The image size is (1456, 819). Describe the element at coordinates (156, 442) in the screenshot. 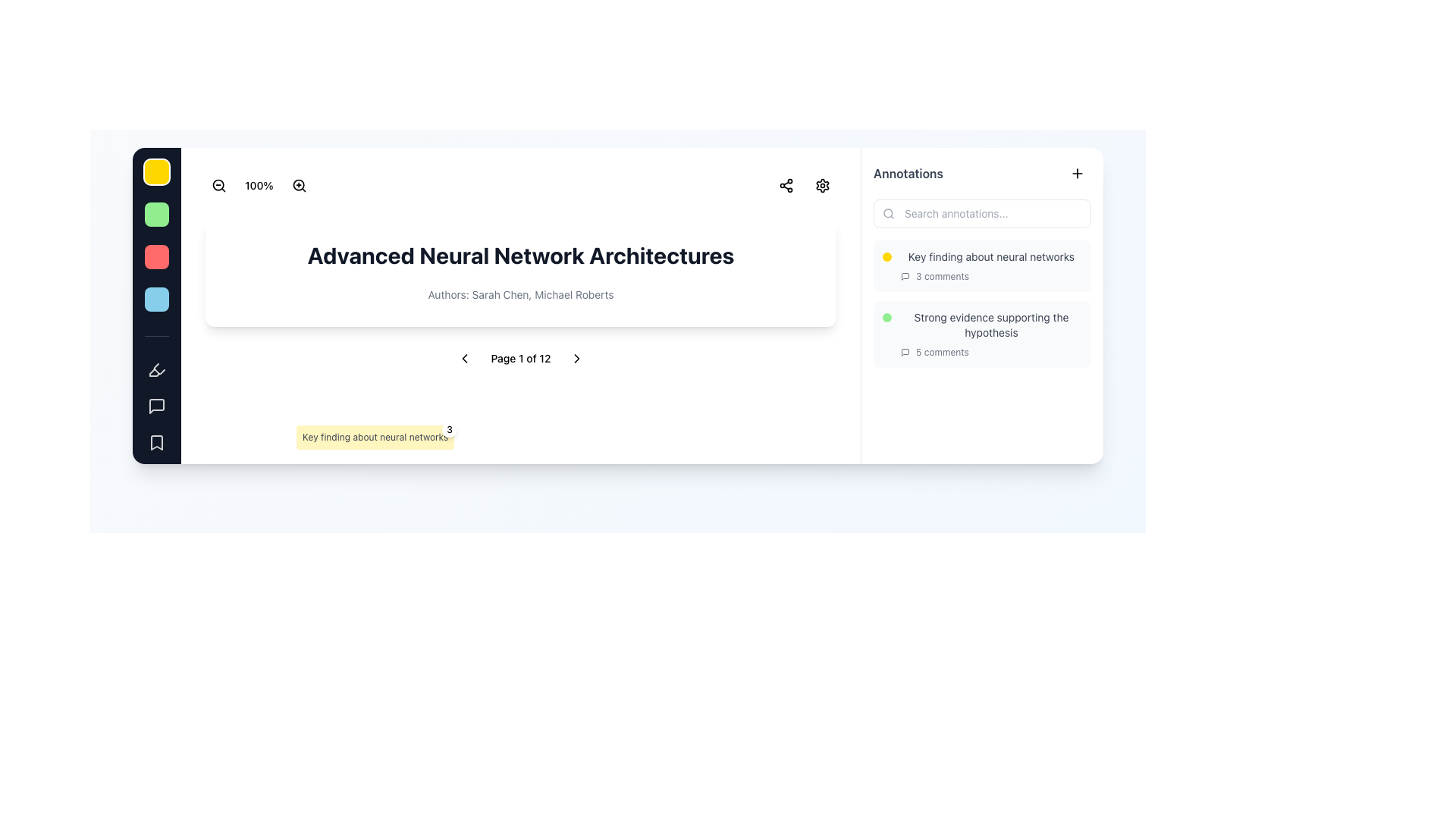

I see `the bookmark icon located at the bottom of the vertical navigation menu on the left side of the application interface` at that location.